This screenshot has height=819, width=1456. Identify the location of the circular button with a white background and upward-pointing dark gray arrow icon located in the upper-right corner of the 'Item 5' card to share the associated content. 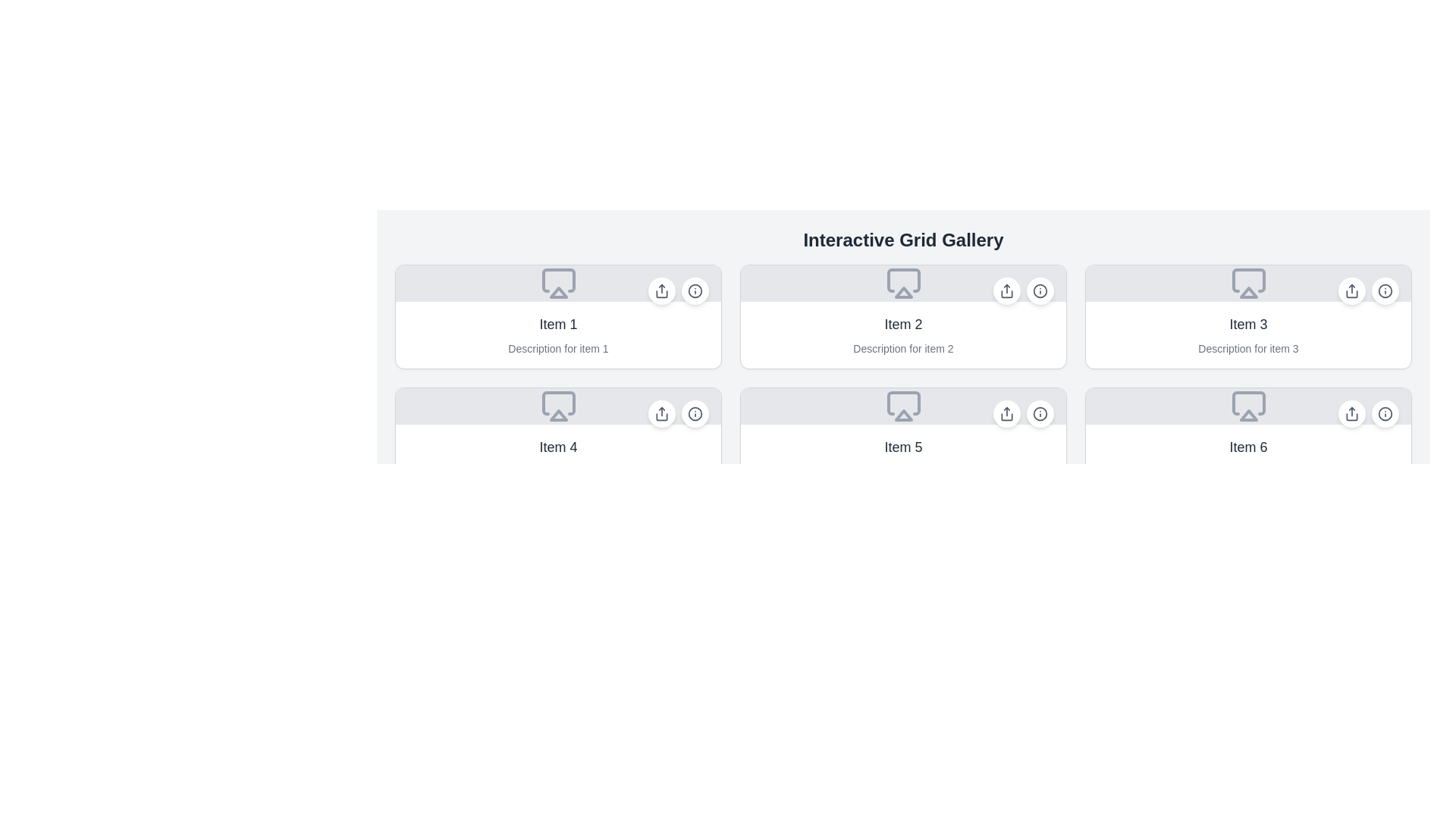
(1007, 414).